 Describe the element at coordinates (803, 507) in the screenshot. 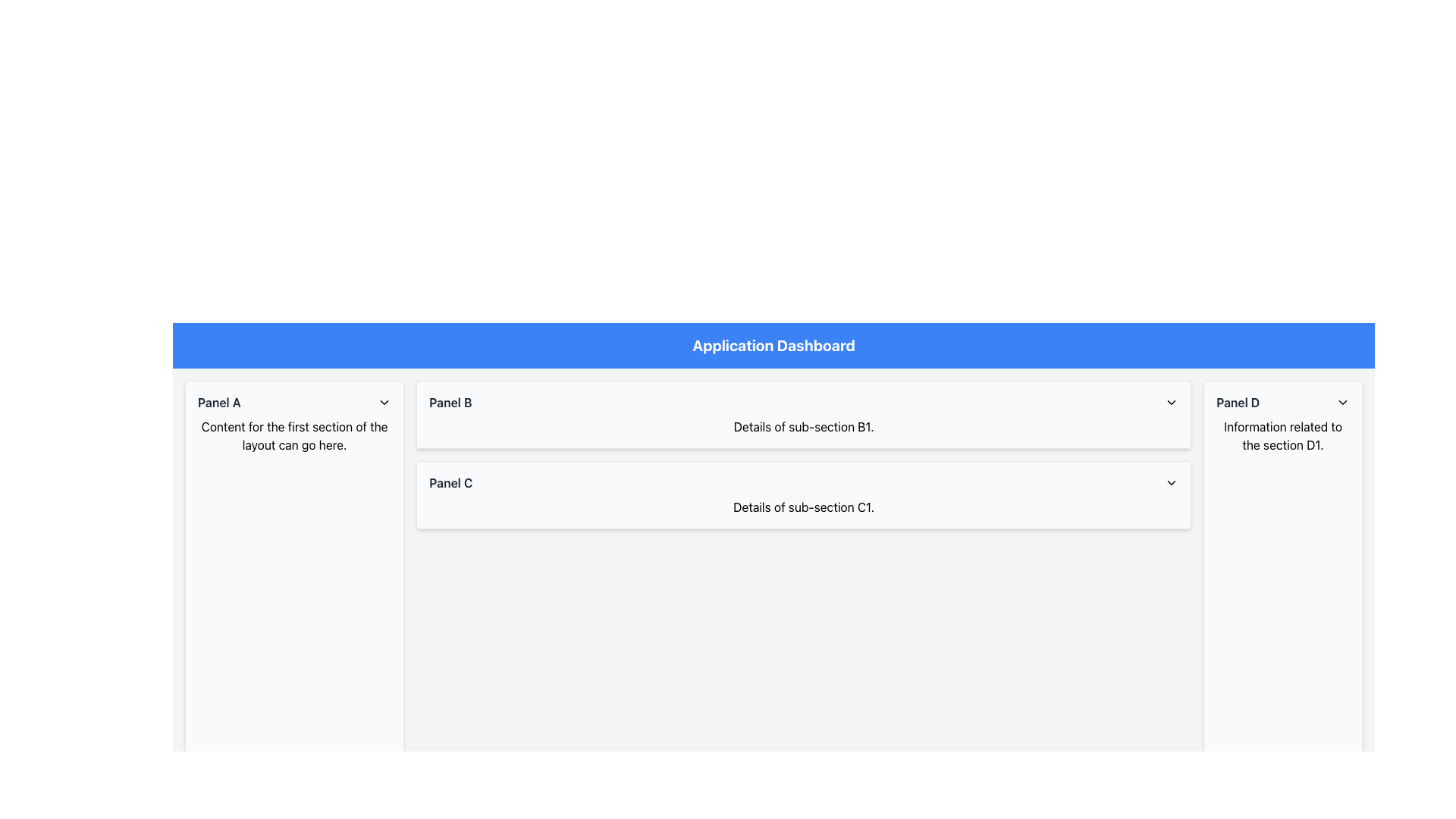

I see `text label providing information for sub-section C1, positioned below the 'Panel C' heading` at that location.